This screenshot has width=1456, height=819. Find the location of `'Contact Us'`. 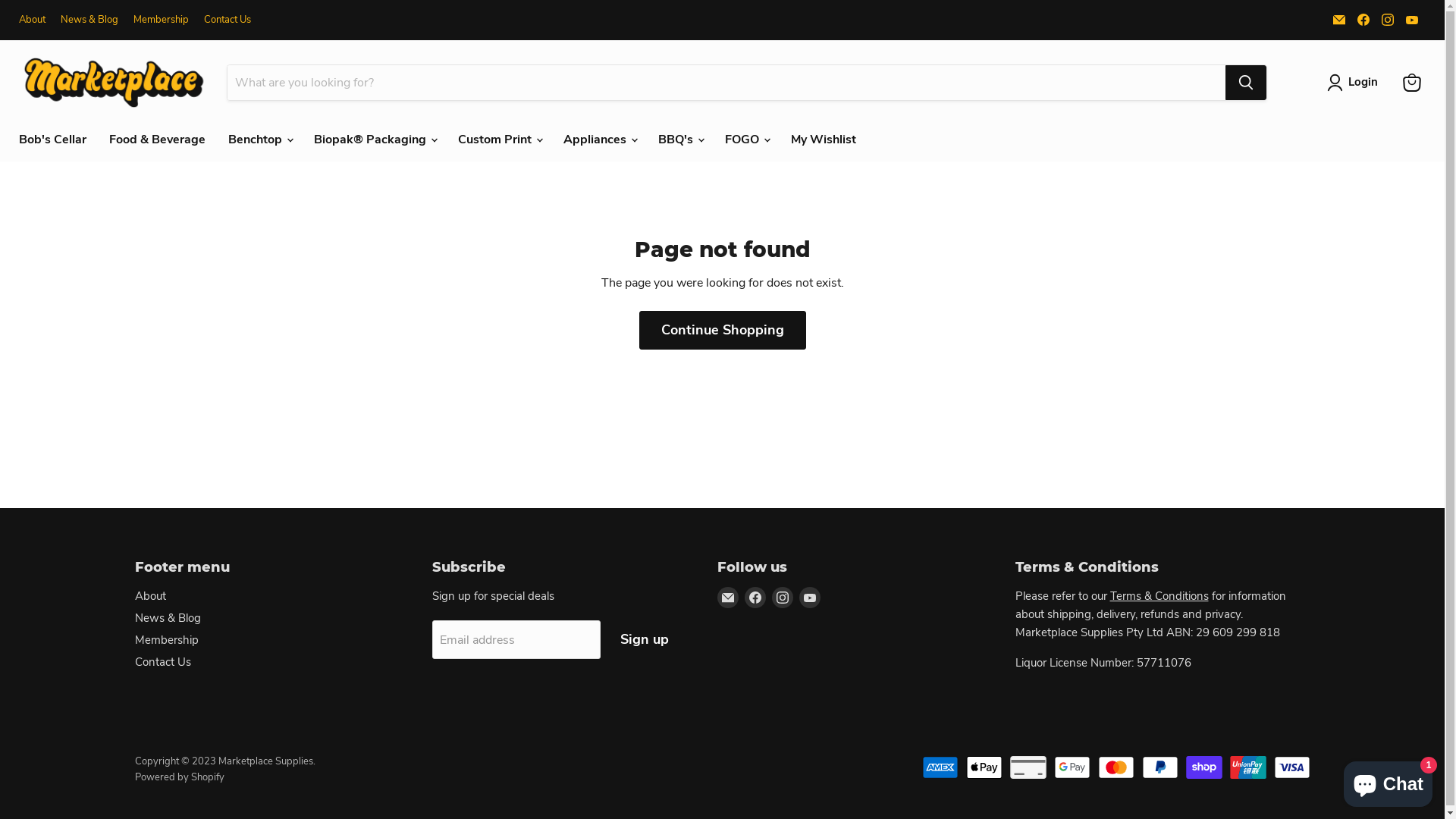

'Contact Us' is located at coordinates (202, 20).